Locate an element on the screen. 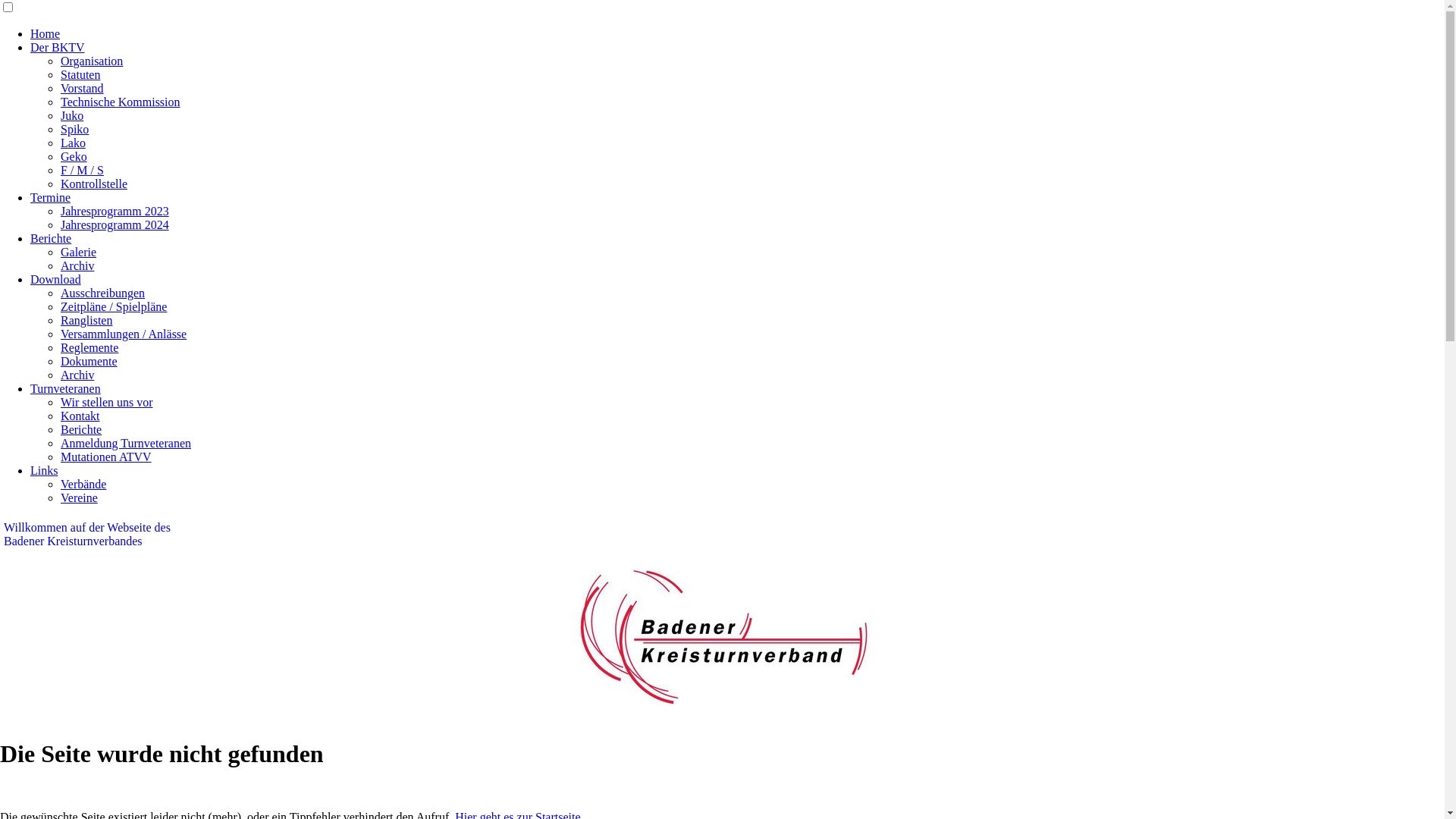 This screenshot has width=1456, height=819. 'Der BKTV' is located at coordinates (30, 46).